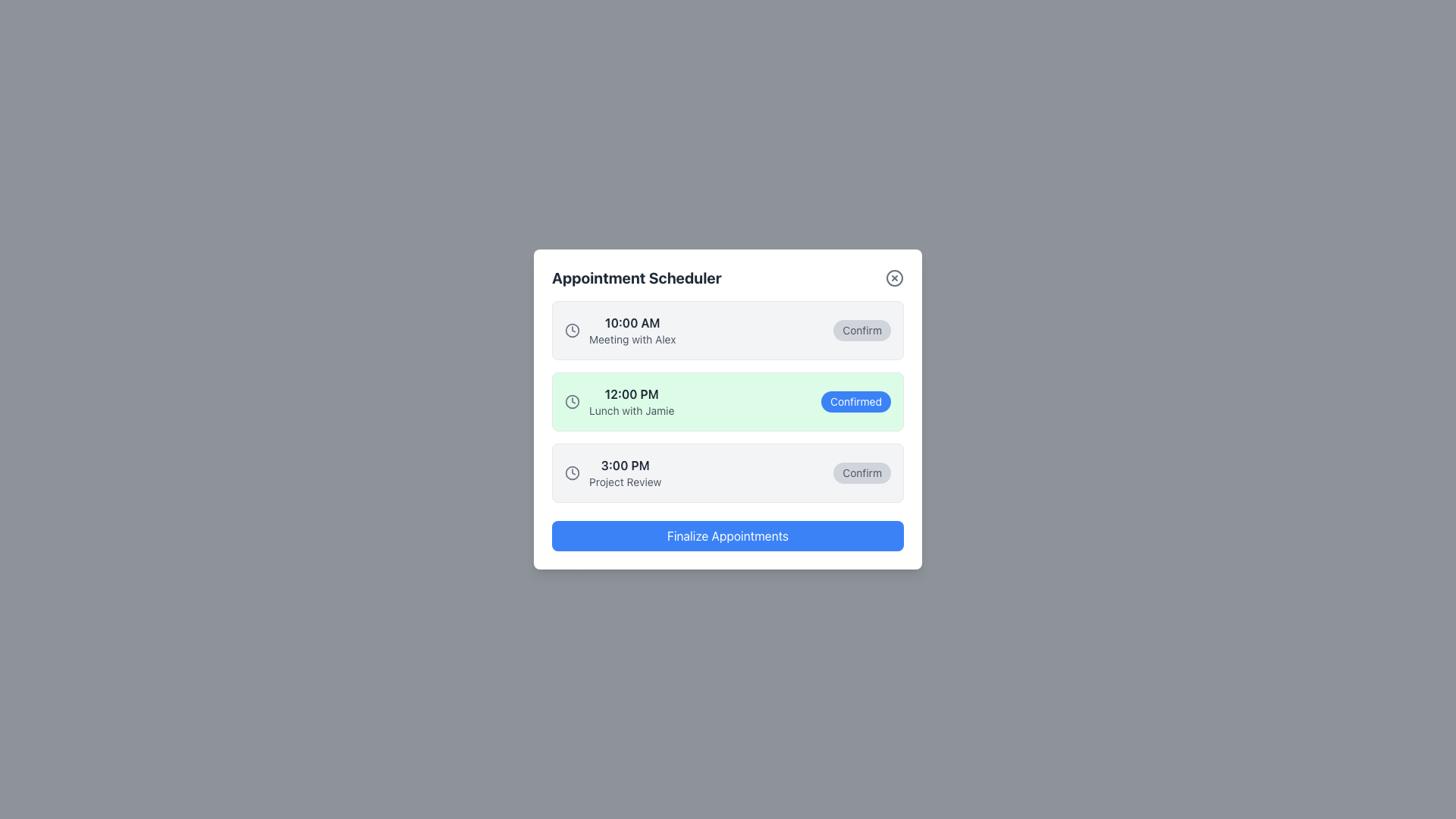  Describe the element at coordinates (571, 400) in the screenshot. I see `the circular graphical component of the clock icon representing the appointment for '12:00 PM Lunch with Jamie' in the appointment scheduler interface` at that location.